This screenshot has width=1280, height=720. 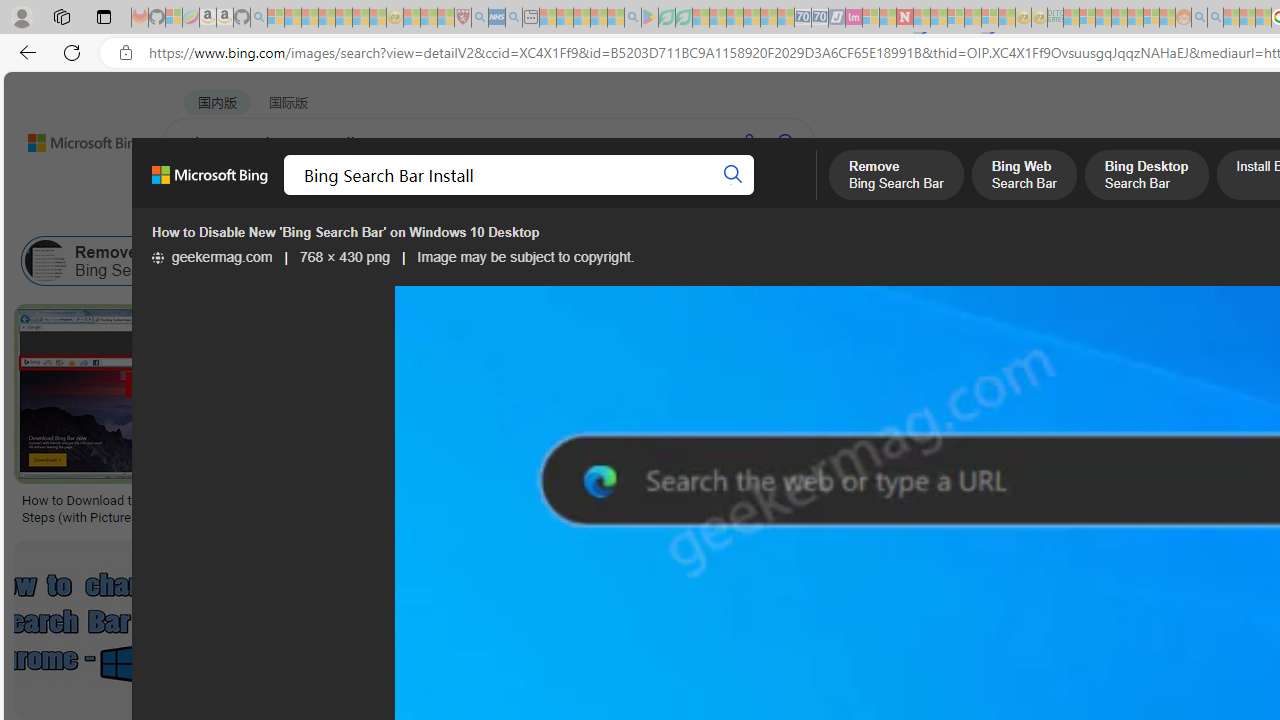 I want to click on 'MY BING', so click(x=275, y=195).